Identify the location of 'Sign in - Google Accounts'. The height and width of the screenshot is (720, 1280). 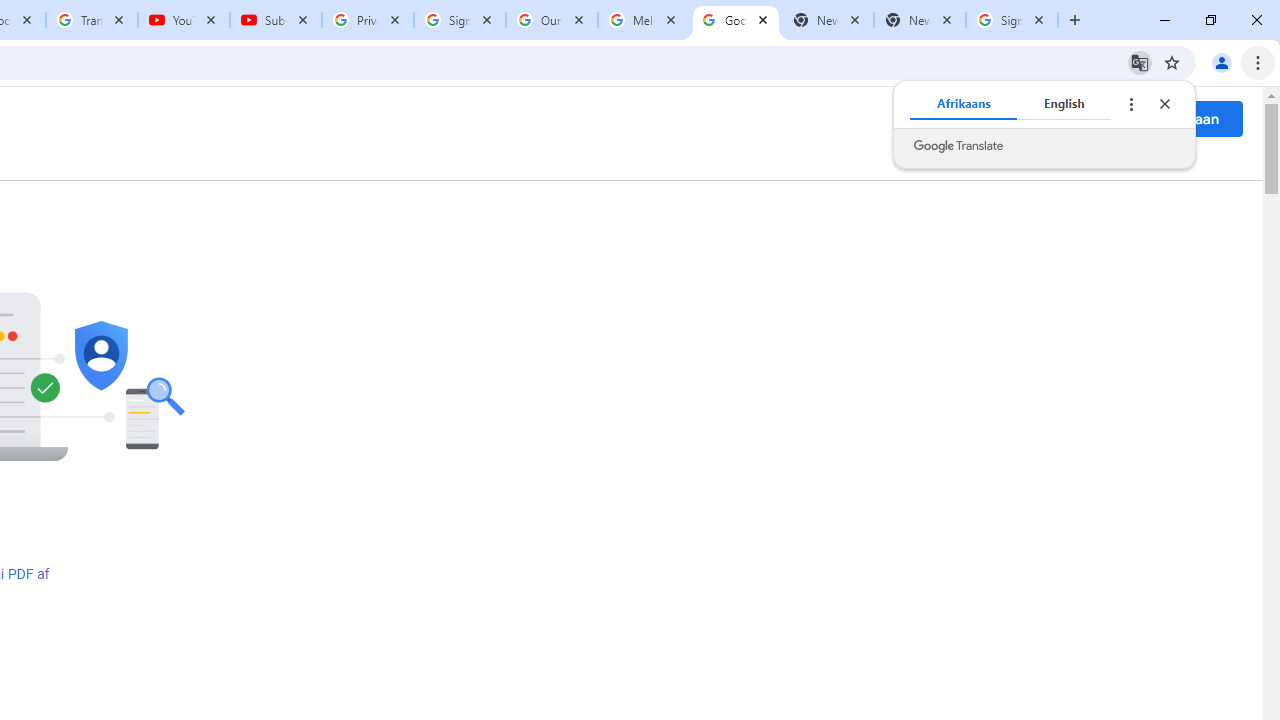
(458, 20).